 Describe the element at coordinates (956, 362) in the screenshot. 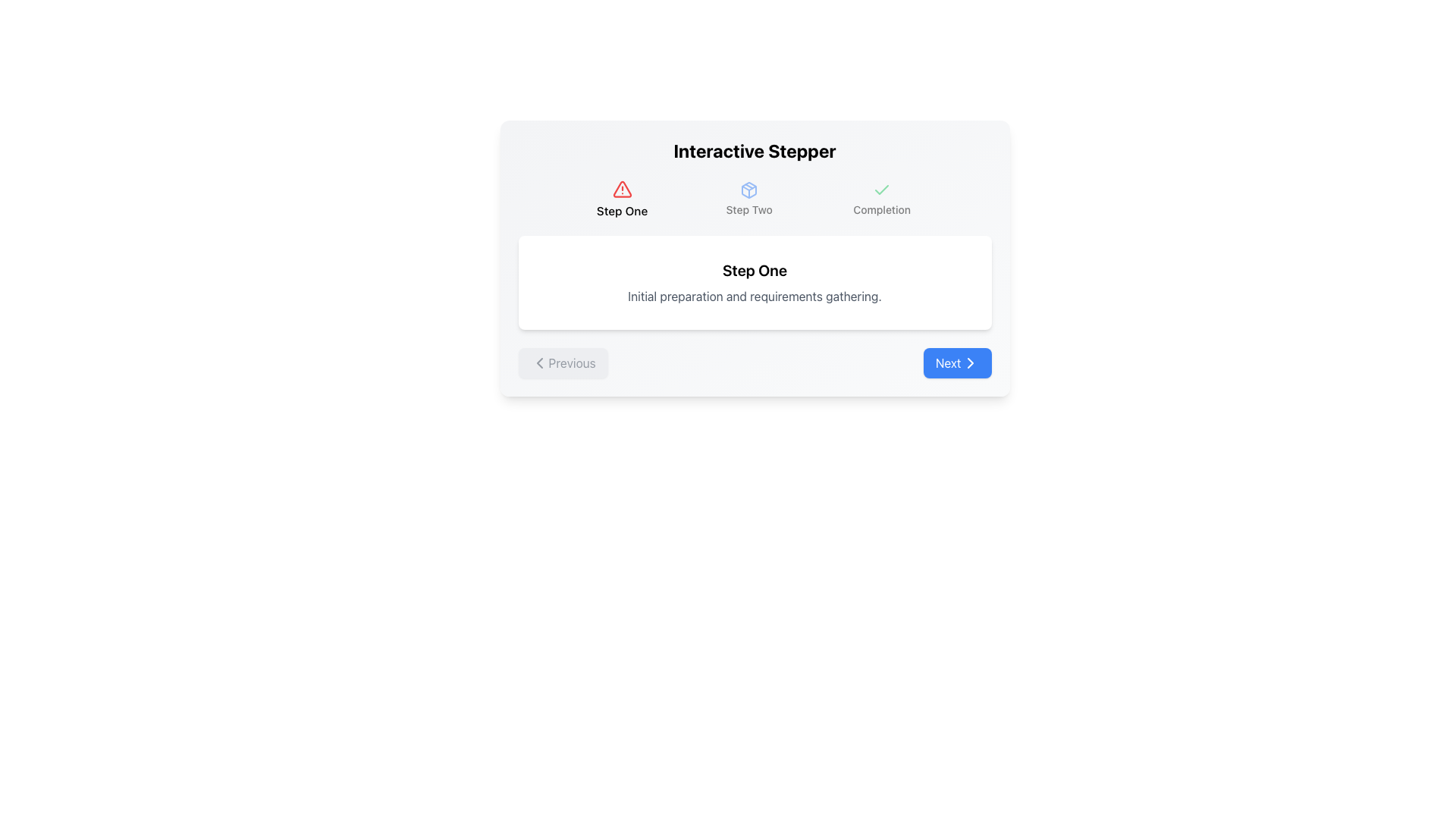

I see `the 'Next' button located at the bottom right corner of the view` at that location.